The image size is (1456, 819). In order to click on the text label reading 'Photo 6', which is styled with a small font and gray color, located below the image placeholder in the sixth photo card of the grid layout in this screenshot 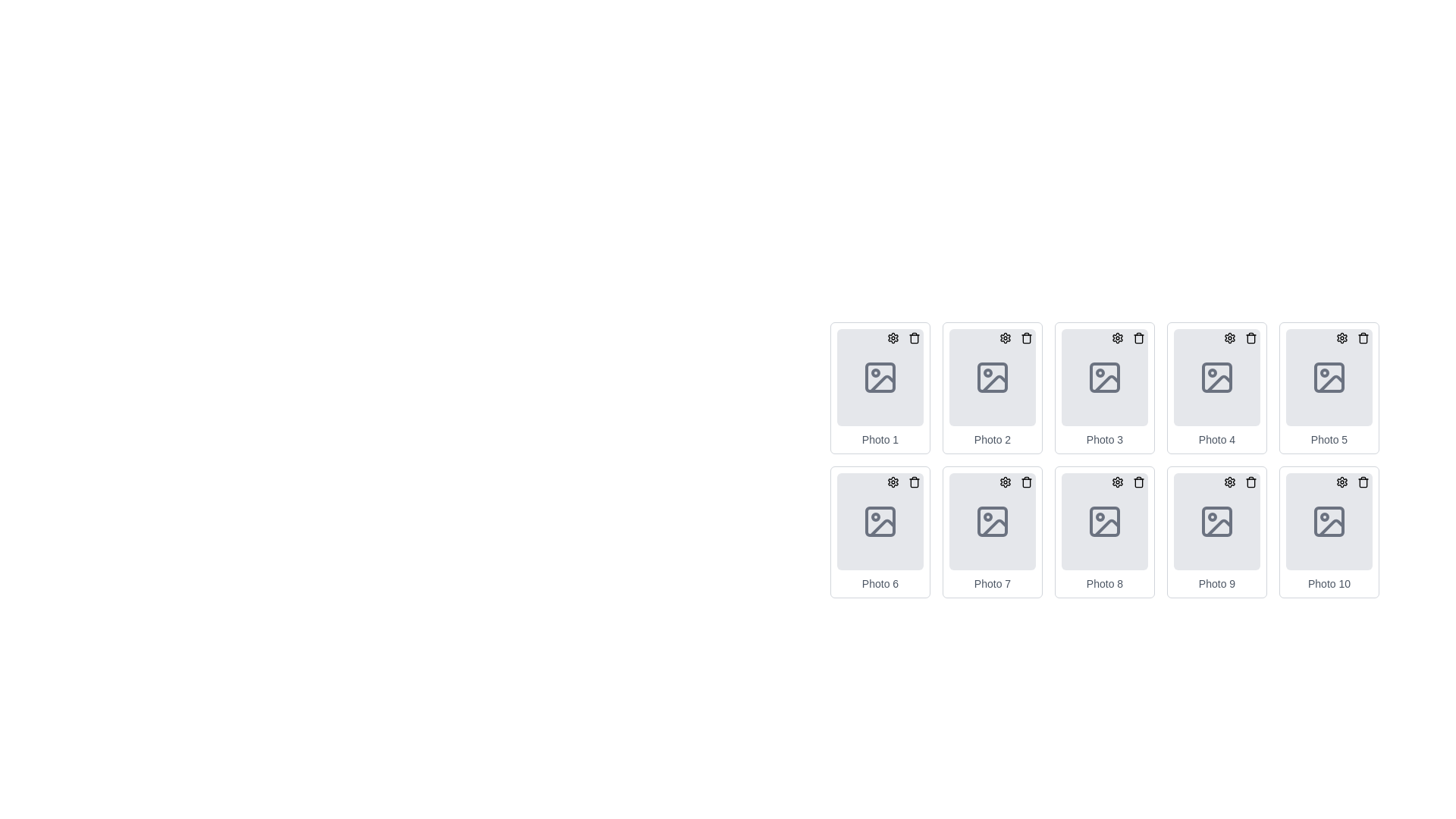, I will do `click(880, 583)`.